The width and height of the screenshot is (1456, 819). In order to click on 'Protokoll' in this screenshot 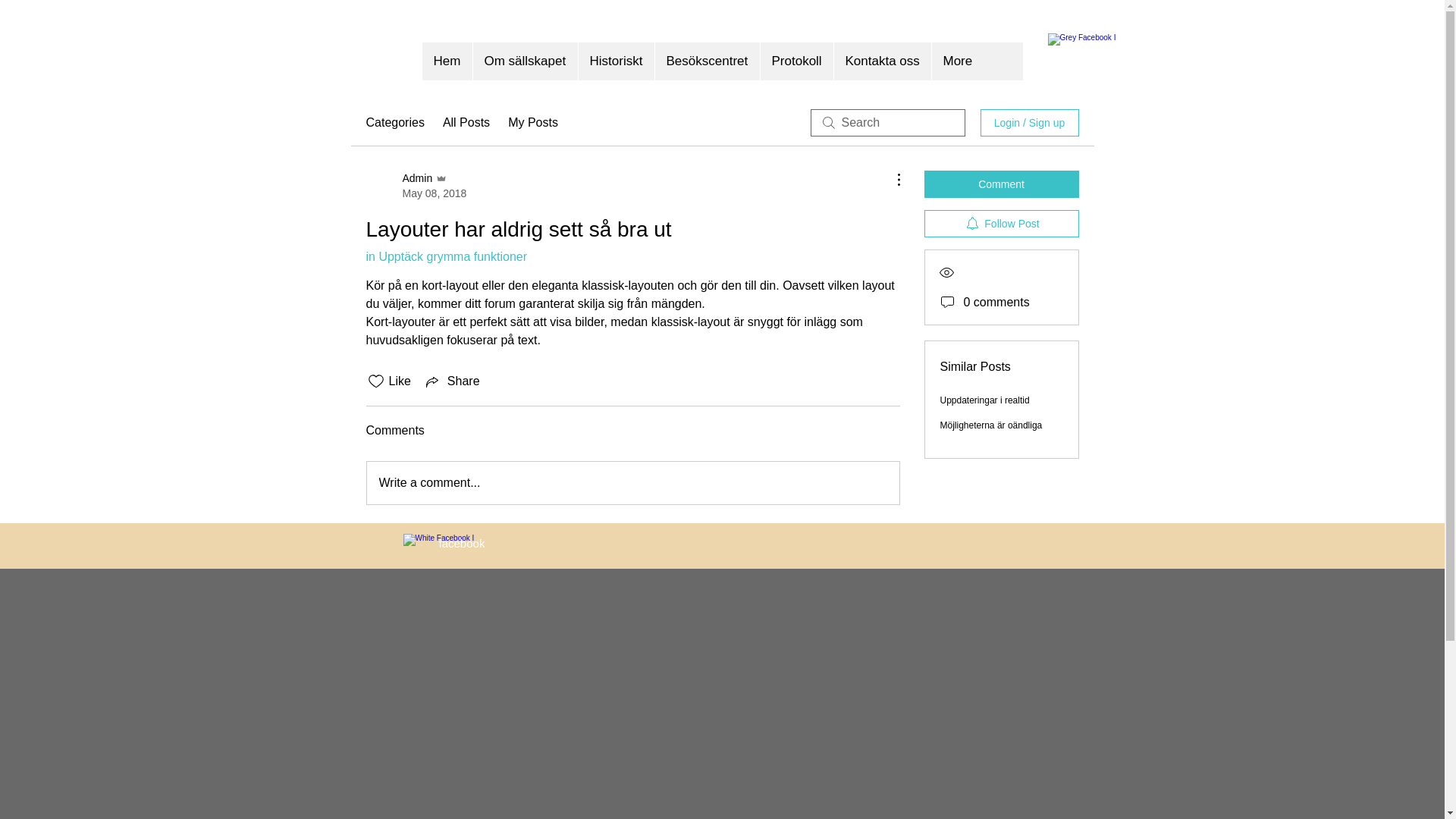, I will do `click(795, 61)`.